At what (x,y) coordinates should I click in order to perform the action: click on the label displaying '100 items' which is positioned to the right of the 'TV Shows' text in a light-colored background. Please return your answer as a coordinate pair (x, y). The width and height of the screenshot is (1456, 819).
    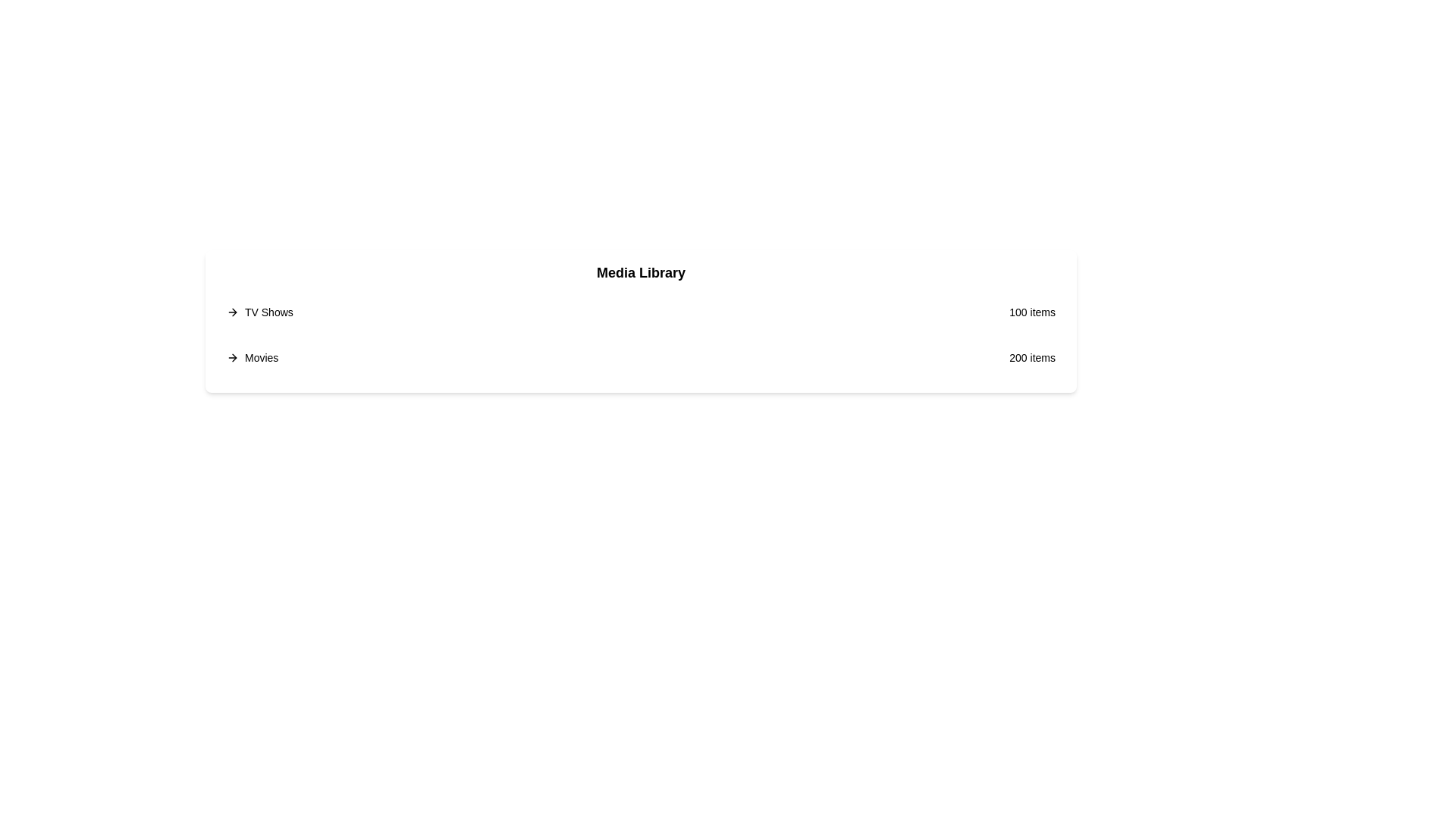
    Looking at the image, I should click on (1031, 312).